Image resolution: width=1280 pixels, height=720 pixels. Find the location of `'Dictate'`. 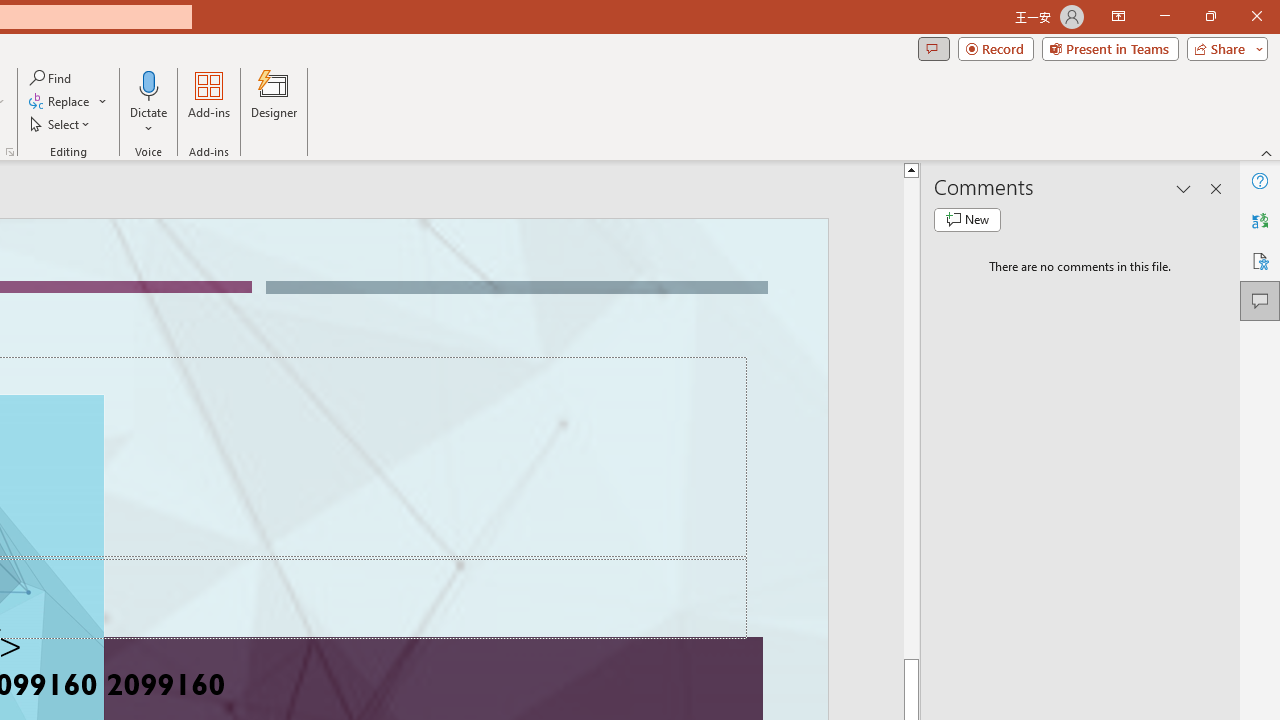

'Dictate' is located at coordinates (148, 103).